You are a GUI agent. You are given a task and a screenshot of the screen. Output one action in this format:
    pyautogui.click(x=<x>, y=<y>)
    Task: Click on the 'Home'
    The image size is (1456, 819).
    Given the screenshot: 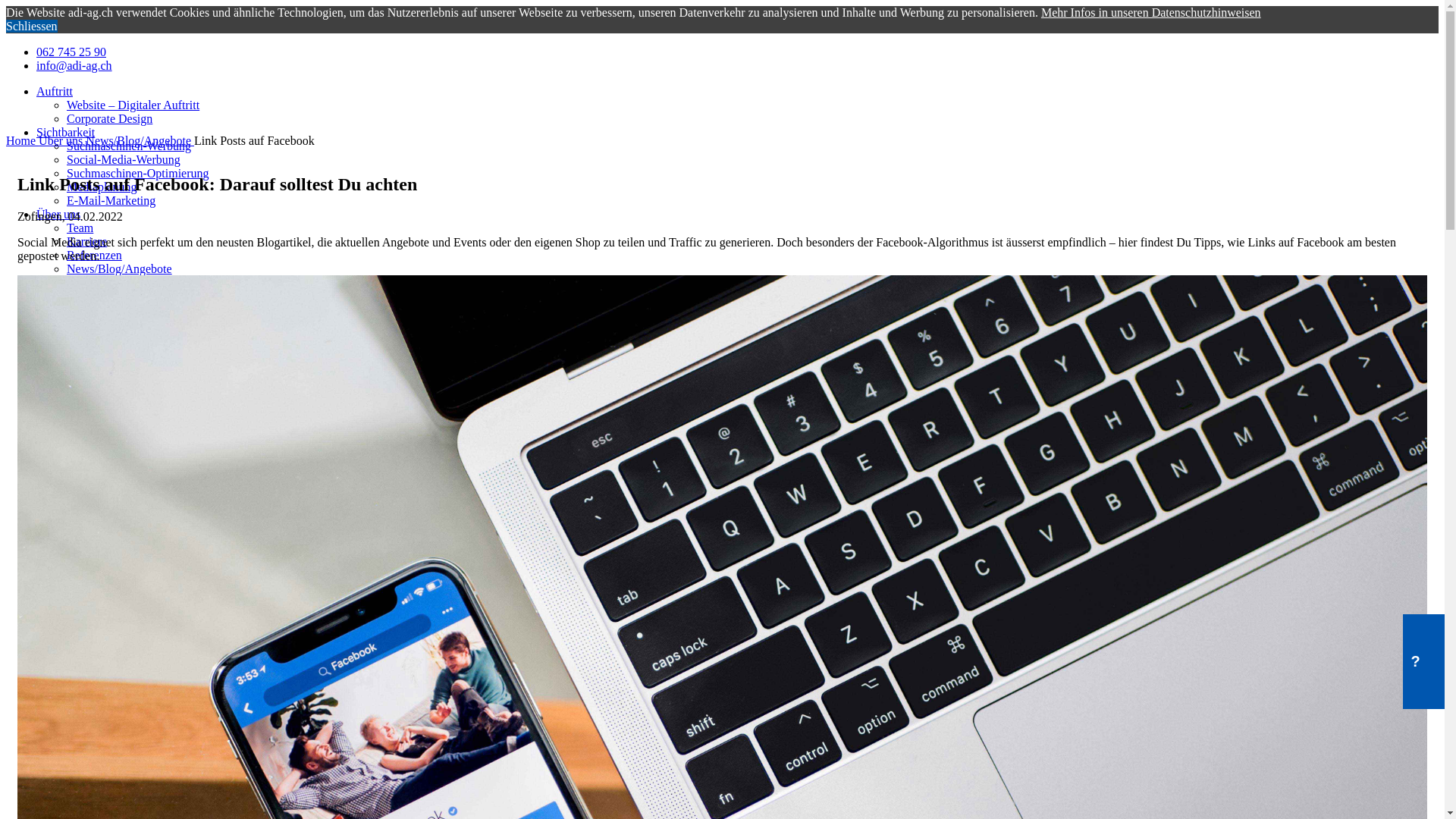 What is the action you would take?
    pyautogui.click(x=6, y=140)
    